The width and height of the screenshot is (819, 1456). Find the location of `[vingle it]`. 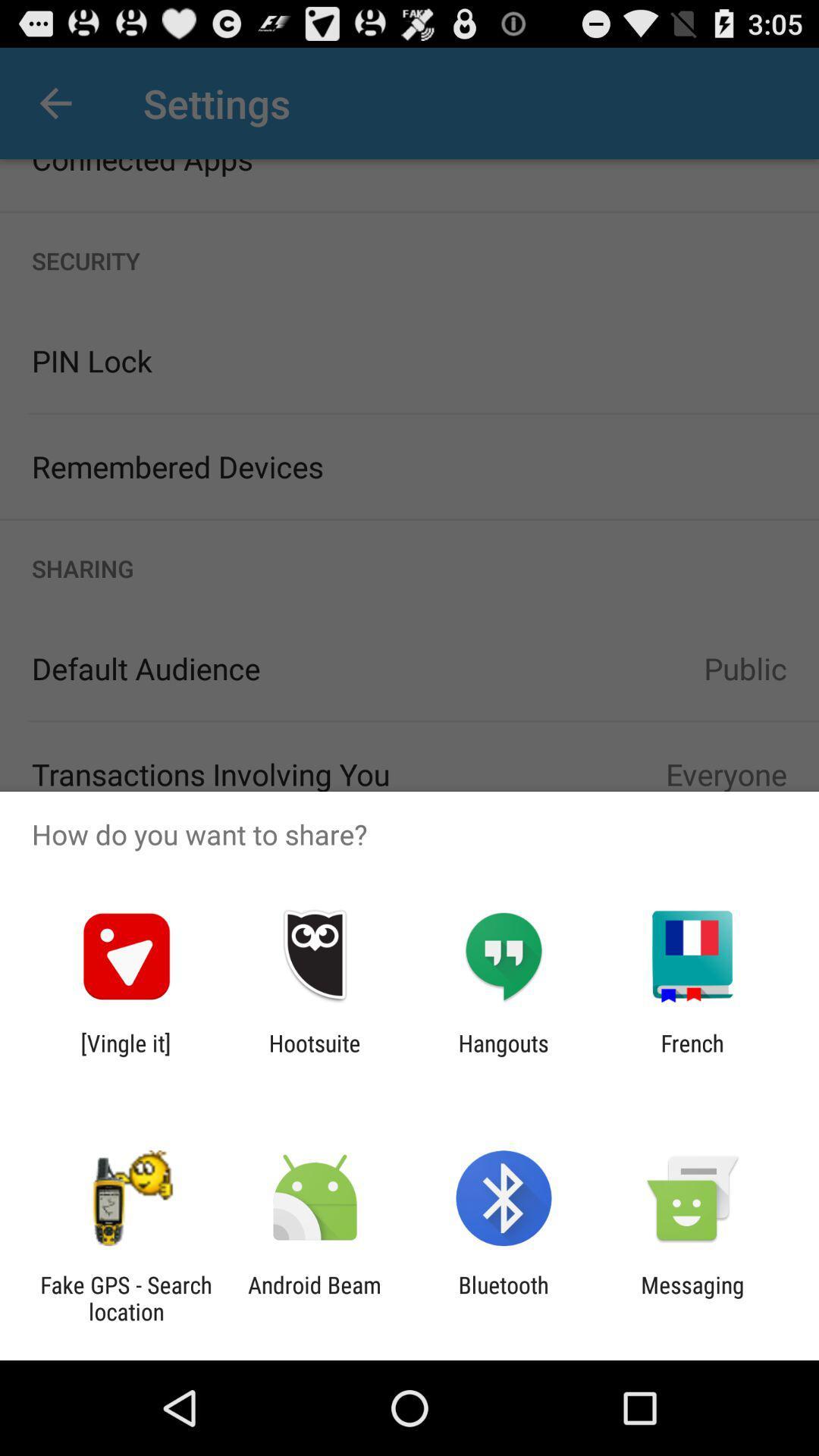

[vingle it] is located at coordinates (125, 1056).